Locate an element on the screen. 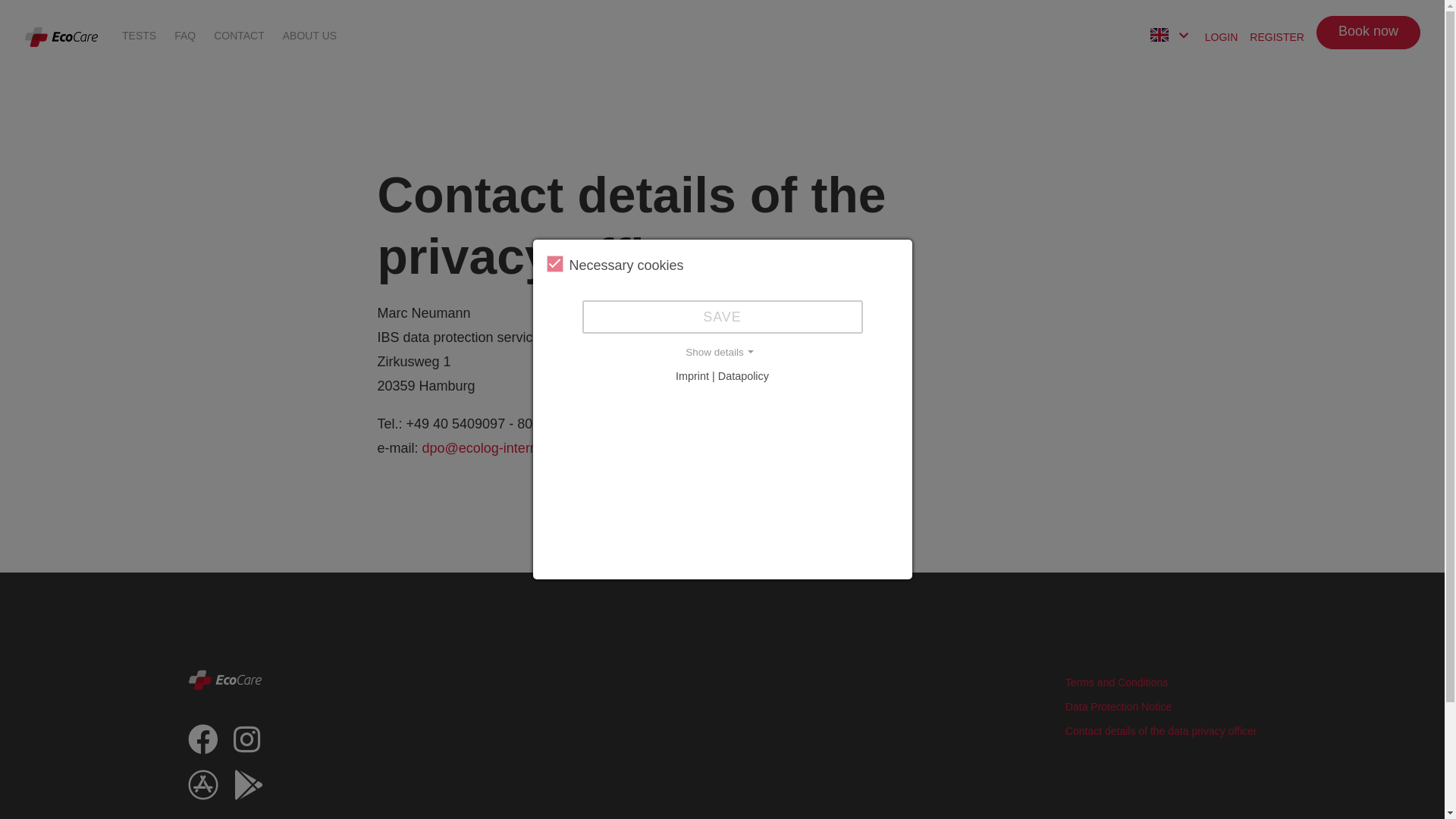 The image size is (1456, 819). 'Data Protection Notice' is located at coordinates (1118, 707).